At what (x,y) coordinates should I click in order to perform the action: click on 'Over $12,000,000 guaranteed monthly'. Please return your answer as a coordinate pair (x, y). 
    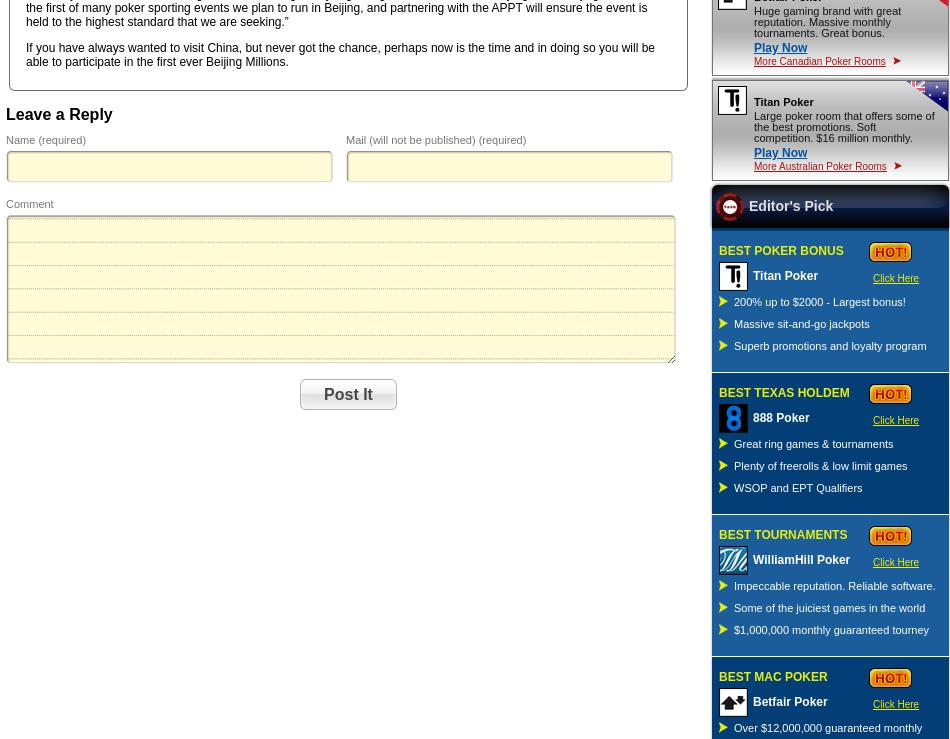
    Looking at the image, I should click on (827, 727).